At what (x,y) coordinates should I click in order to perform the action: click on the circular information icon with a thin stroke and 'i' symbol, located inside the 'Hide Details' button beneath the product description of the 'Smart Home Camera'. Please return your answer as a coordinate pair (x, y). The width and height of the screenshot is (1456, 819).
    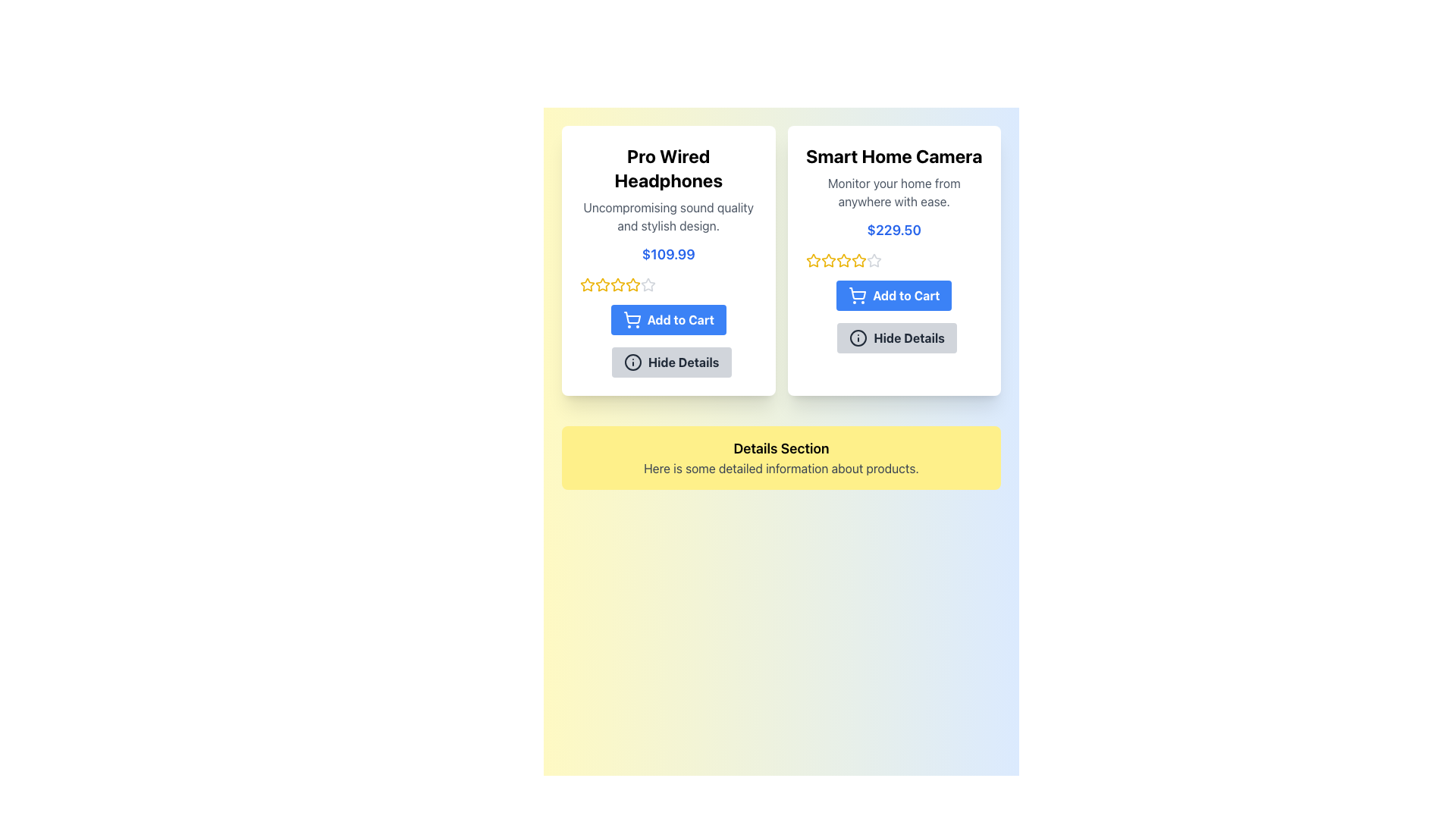
    Looking at the image, I should click on (858, 337).